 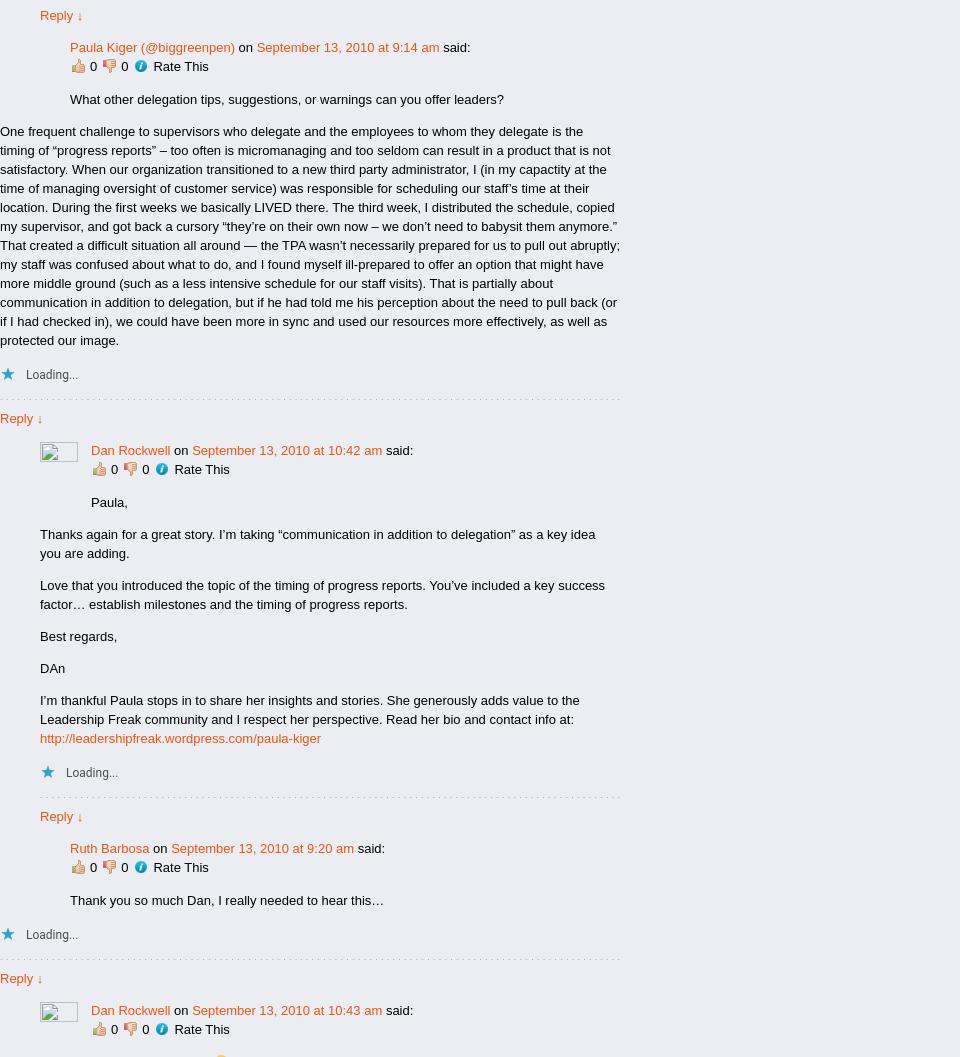 I want to click on 'September 13, 2010 at 9:14 am', so click(x=347, y=47).